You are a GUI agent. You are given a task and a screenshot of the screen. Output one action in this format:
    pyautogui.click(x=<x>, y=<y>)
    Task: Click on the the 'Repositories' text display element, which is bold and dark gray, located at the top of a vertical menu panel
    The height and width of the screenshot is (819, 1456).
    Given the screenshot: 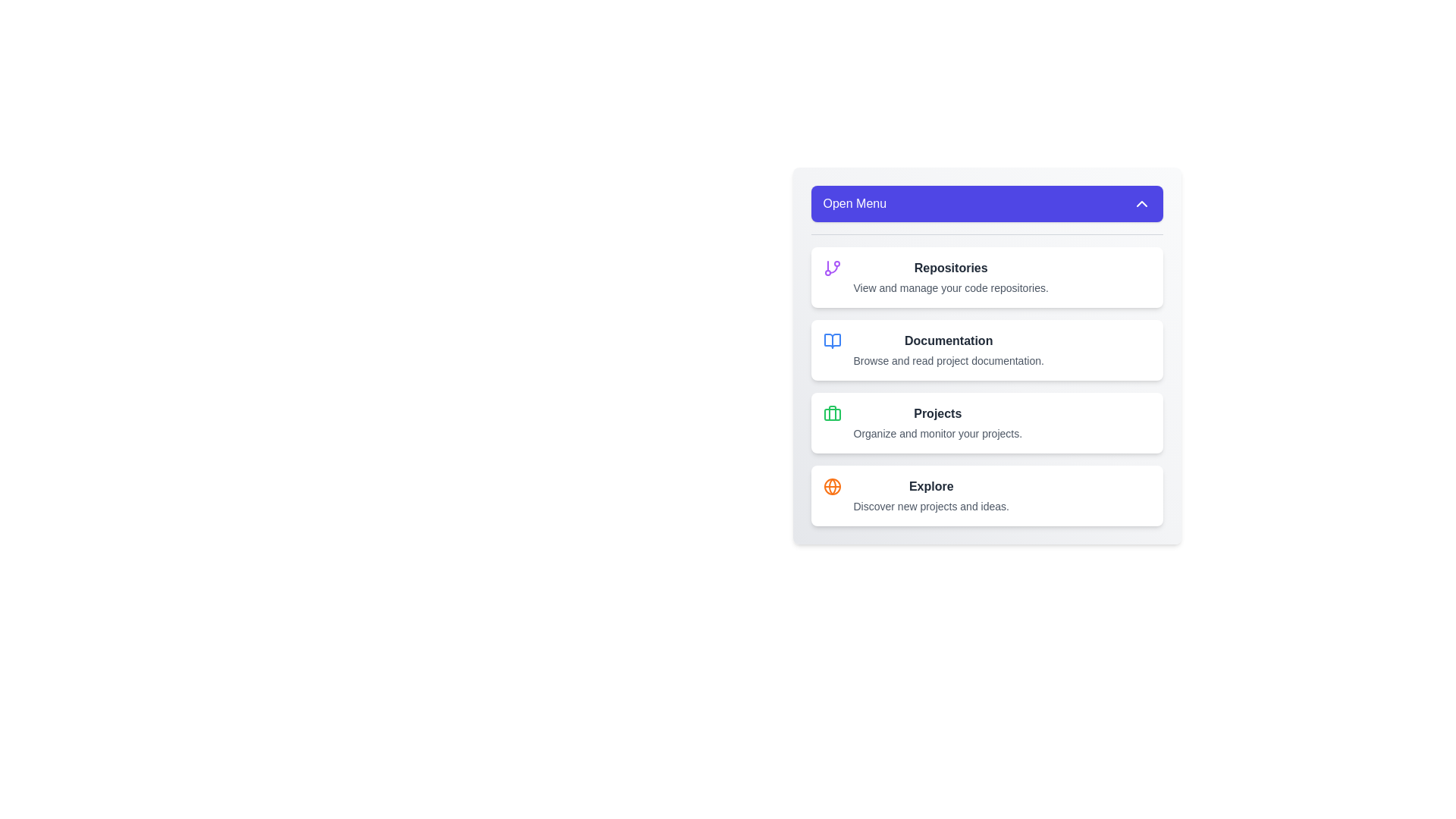 What is the action you would take?
    pyautogui.click(x=950, y=268)
    